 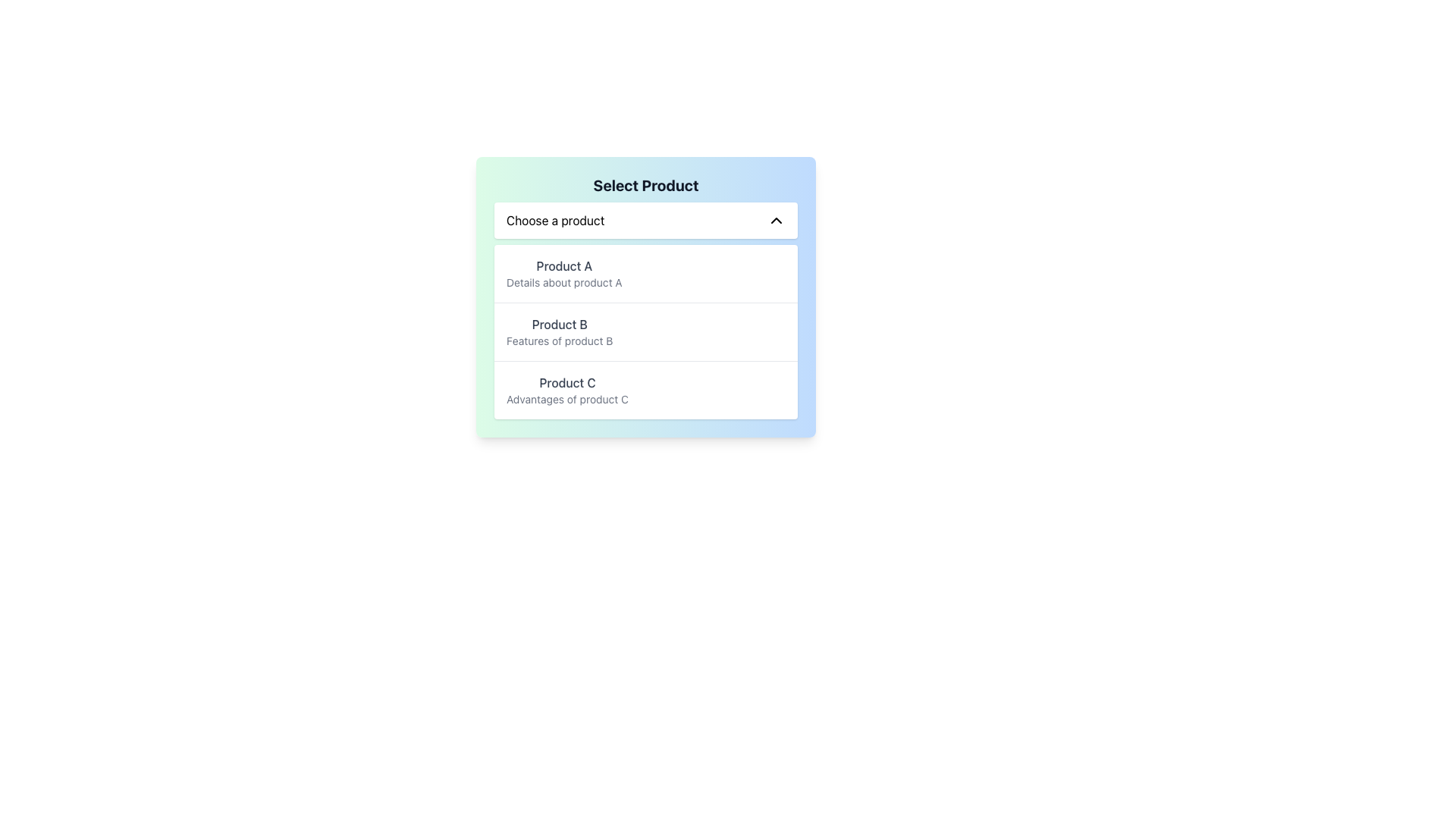 What do you see at coordinates (563, 274) in the screenshot?
I see `the selectable option 'Product A' in the dropdown menu under the header 'Choose a product'` at bounding box center [563, 274].